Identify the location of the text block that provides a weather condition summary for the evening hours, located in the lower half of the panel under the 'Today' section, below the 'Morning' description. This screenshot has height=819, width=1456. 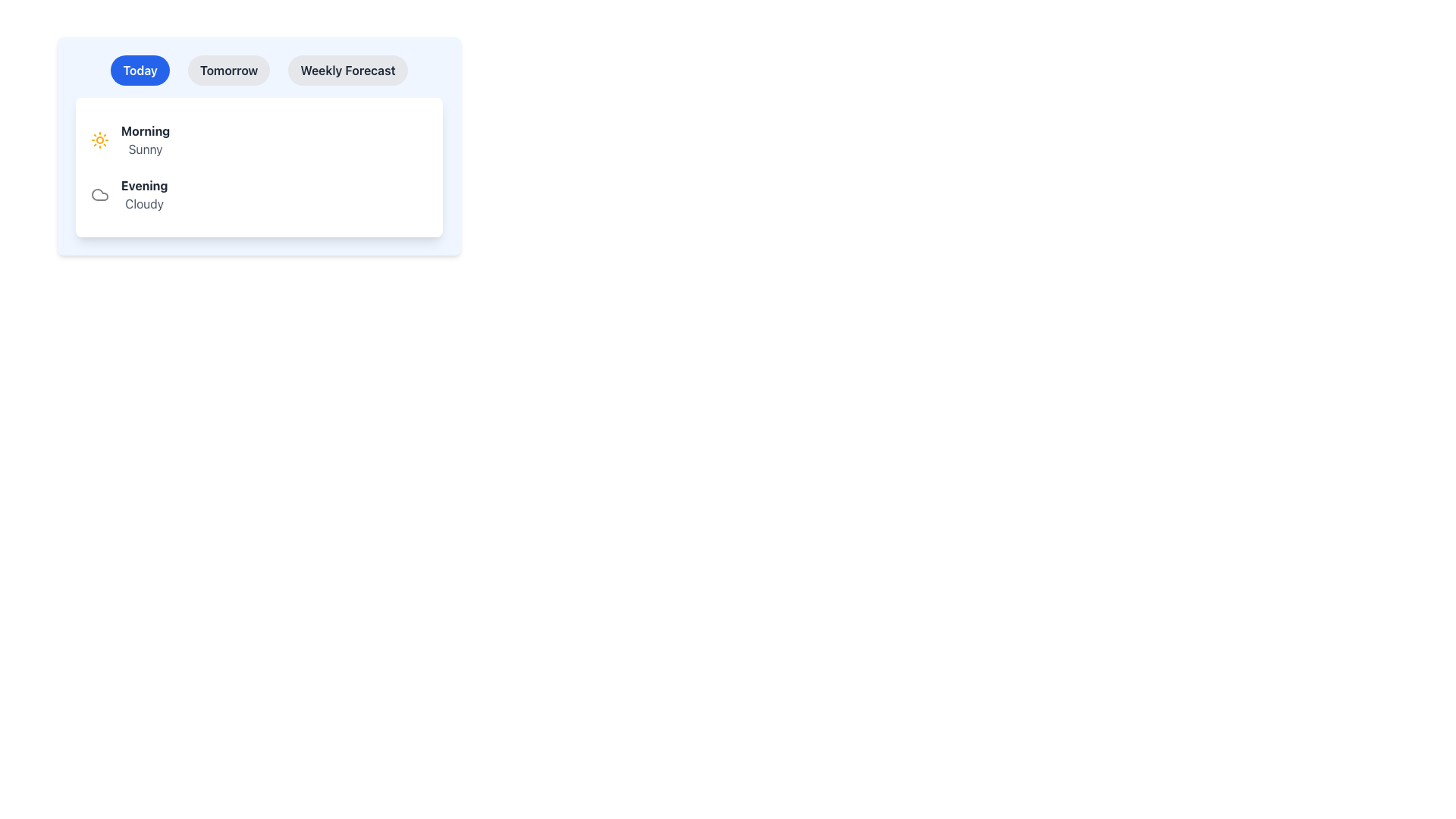
(144, 194).